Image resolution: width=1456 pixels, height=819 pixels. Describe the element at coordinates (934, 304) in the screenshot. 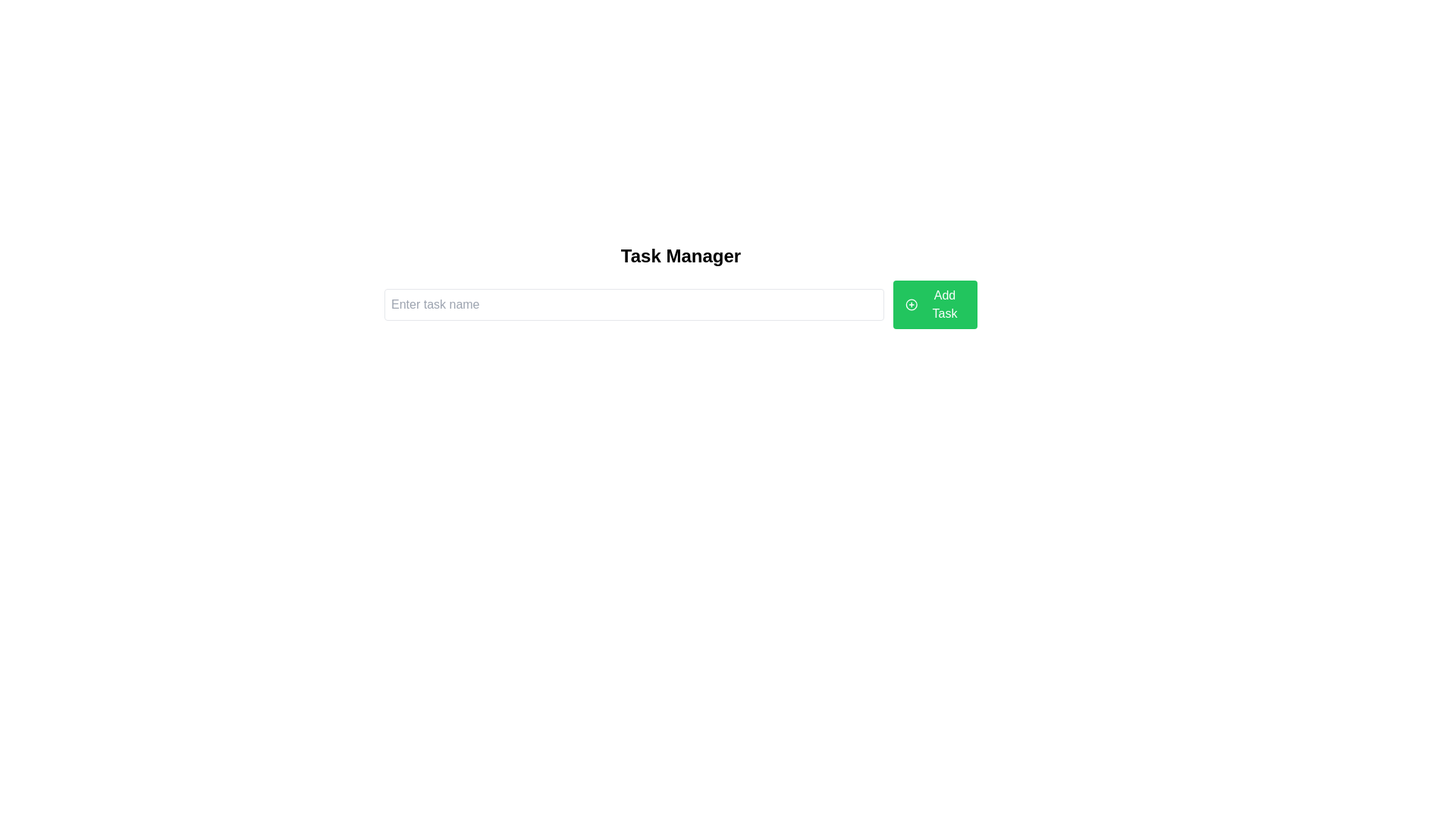

I see `keyboard navigation` at that location.